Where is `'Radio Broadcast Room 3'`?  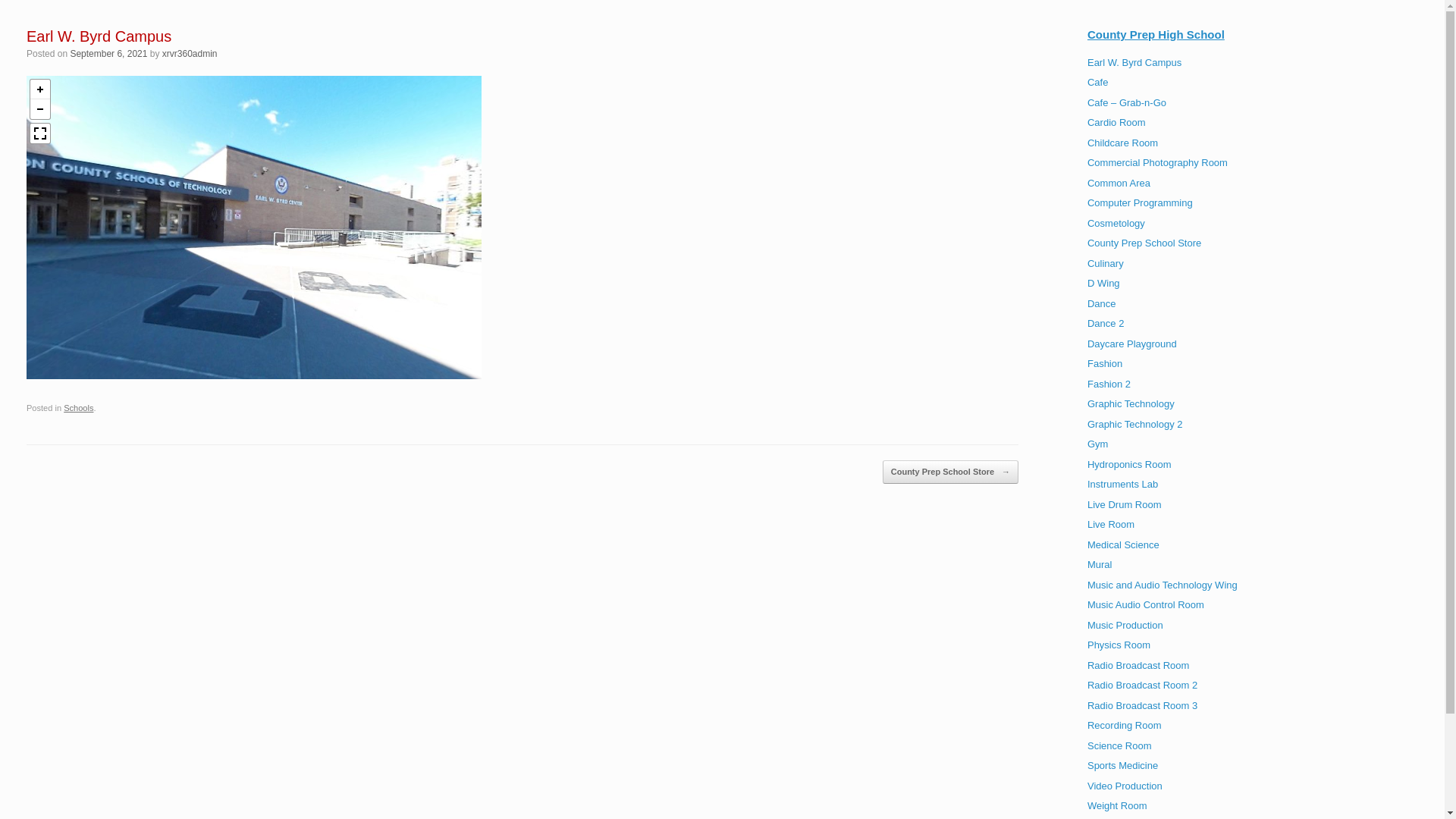
'Radio Broadcast Room 3' is located at coordinates (1087, 704).